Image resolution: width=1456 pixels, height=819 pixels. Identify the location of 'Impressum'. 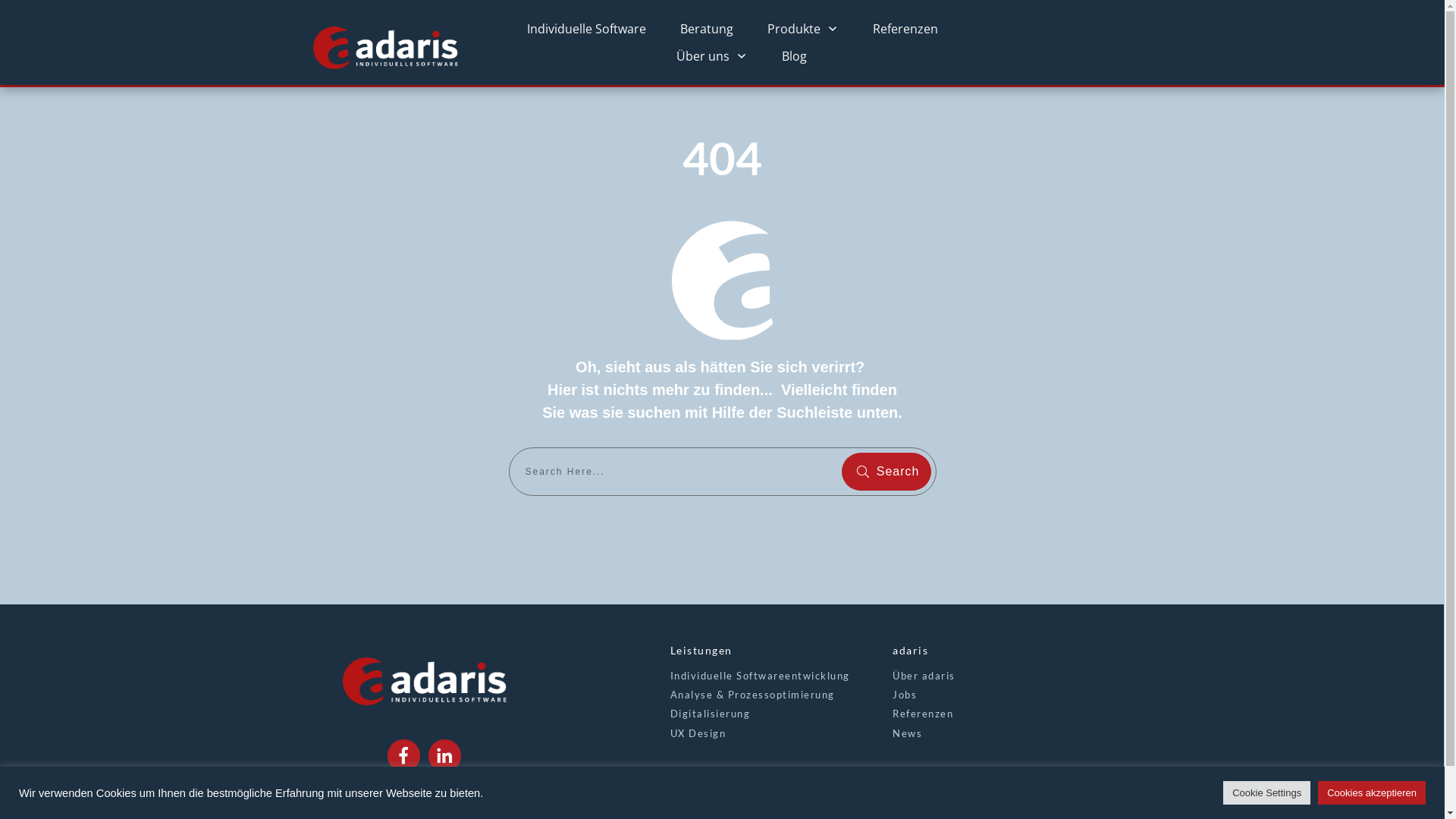
(389, 799).